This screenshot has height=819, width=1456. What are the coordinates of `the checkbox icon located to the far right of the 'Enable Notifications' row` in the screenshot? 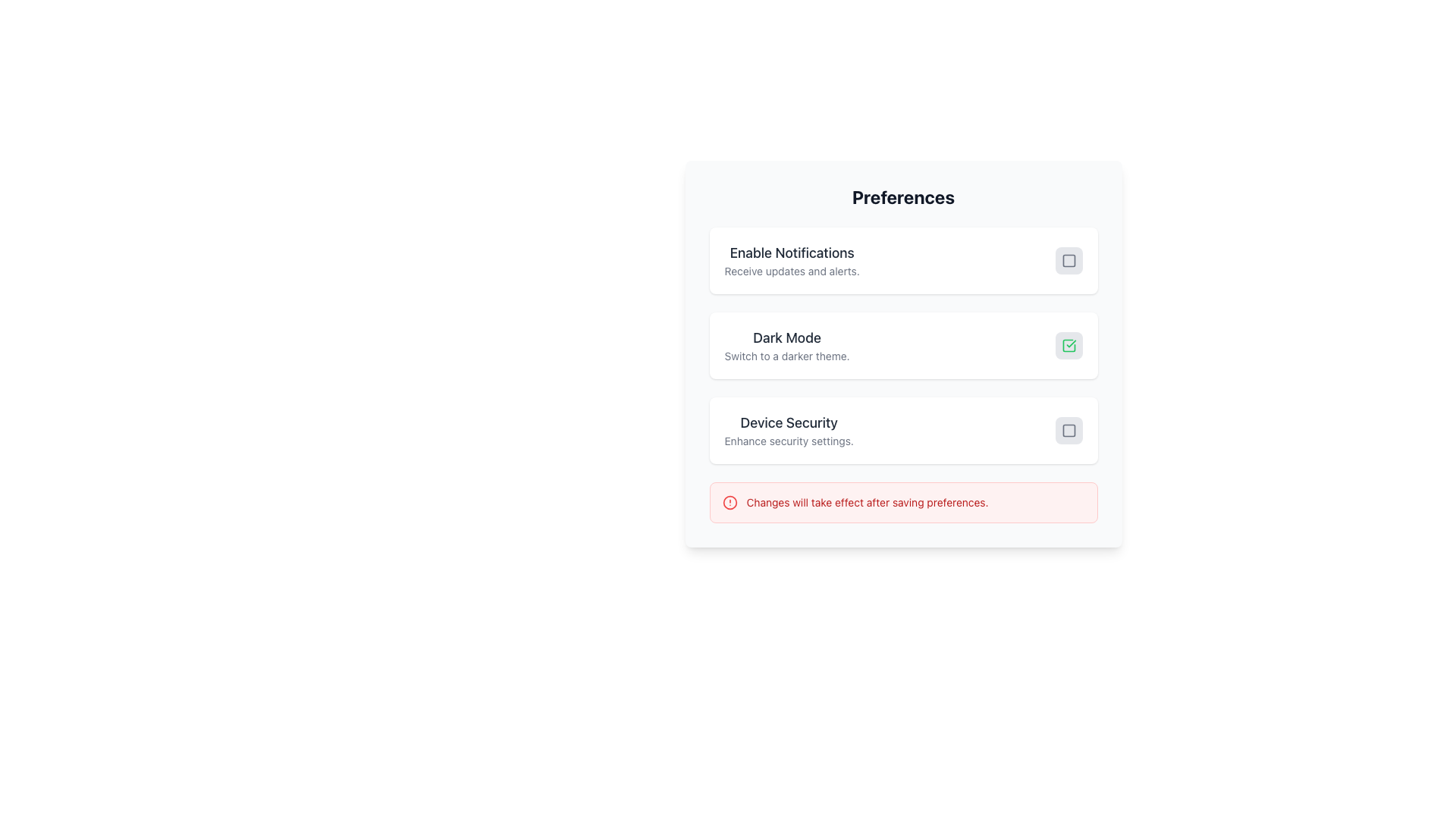 It's located at (1068, 259).